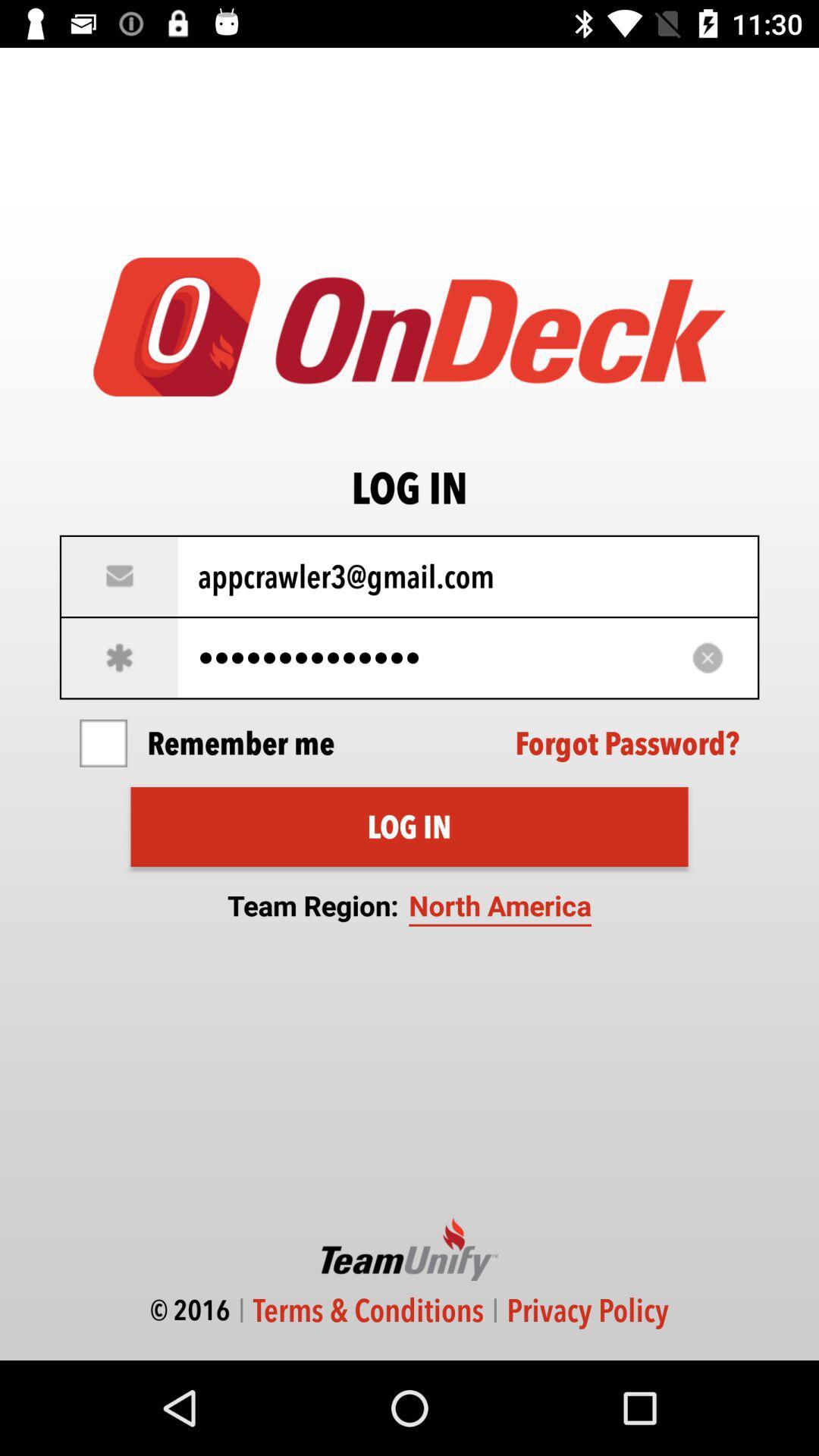 The image size is (819, 1456). What do you see at coordinates (409, 657) in the screenshot?
I see `appcrawler3116 item` at bounding box center [409, 657].